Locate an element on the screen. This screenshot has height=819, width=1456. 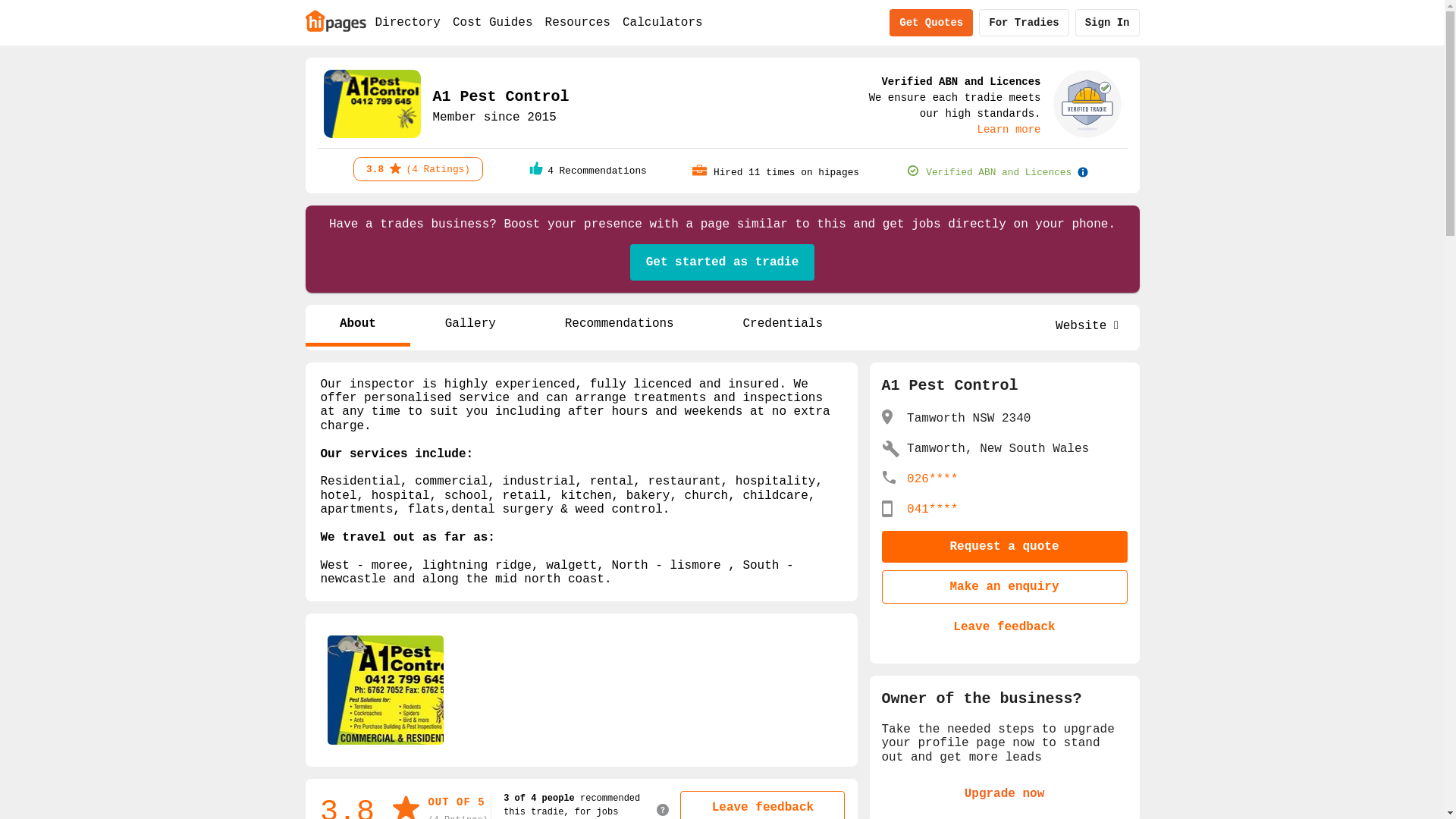
'Calculators' is located at coordinates (662, 23).